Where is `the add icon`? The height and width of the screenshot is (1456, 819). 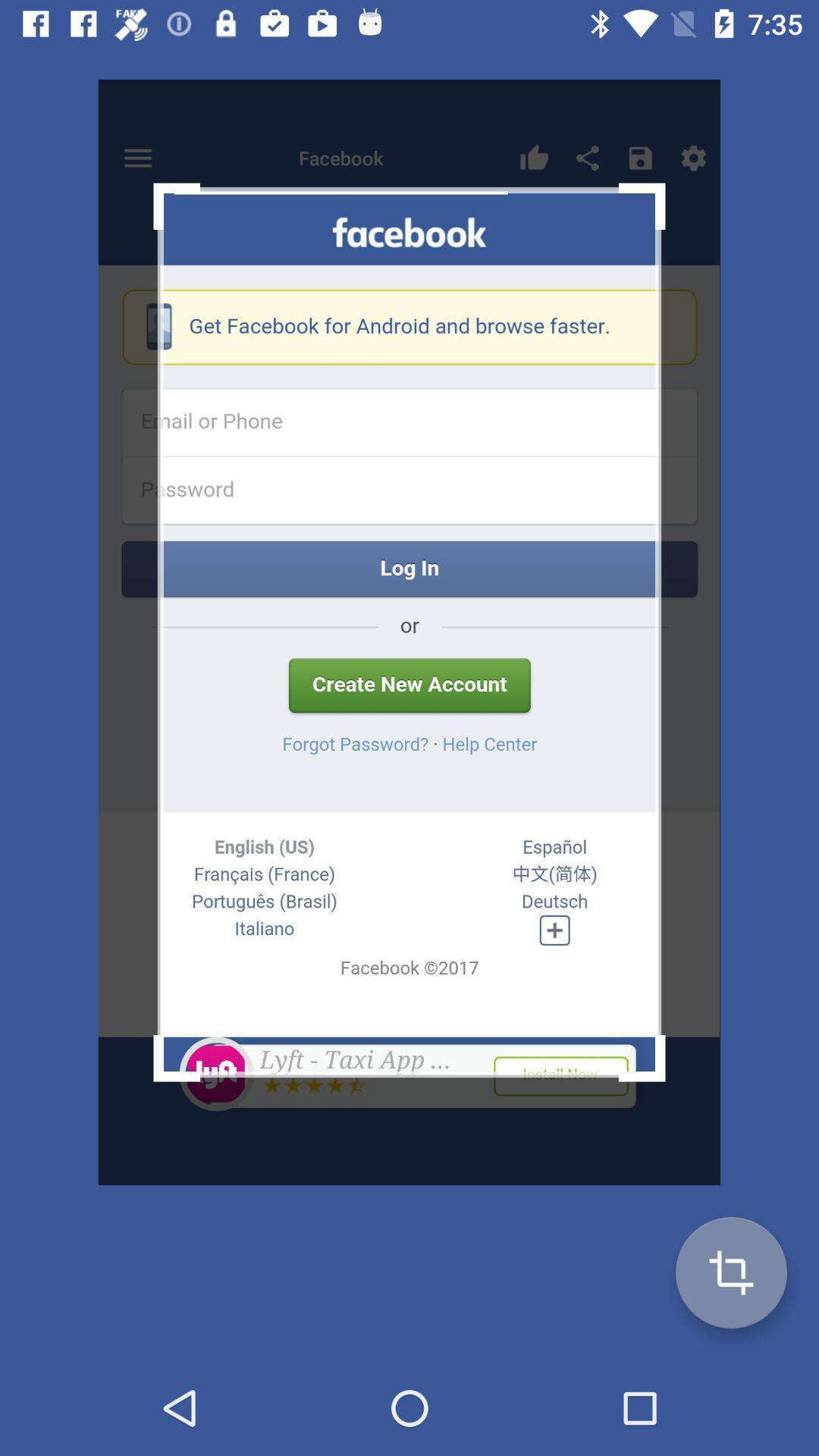 the add icon is located at coordinates (730, 1272).